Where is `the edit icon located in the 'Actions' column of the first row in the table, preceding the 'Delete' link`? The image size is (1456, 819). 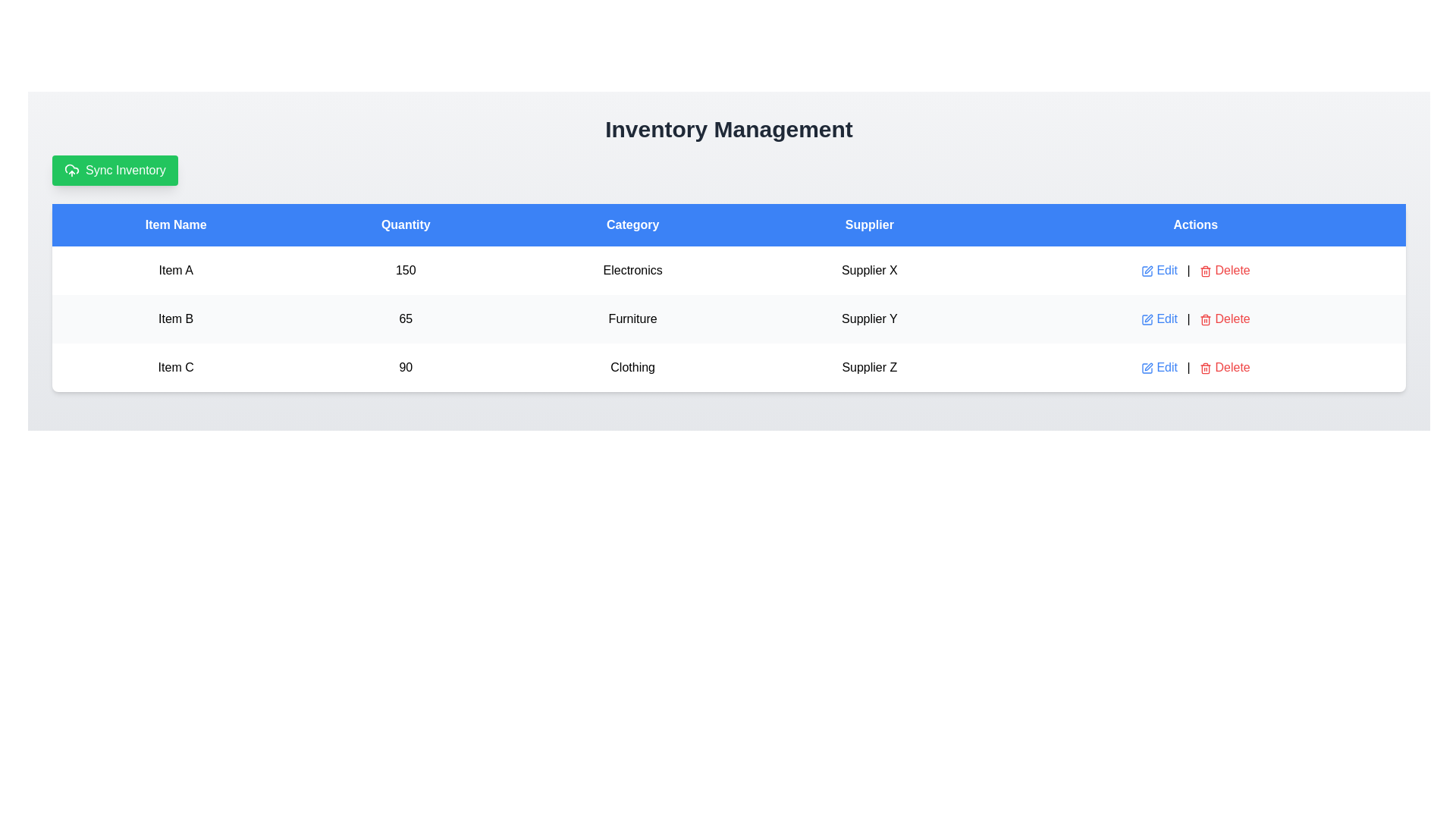 the edit icon located in the 'Actions' column of the first row in the table, preceding the 'Delete' link is located at coordinates (1147, 270).